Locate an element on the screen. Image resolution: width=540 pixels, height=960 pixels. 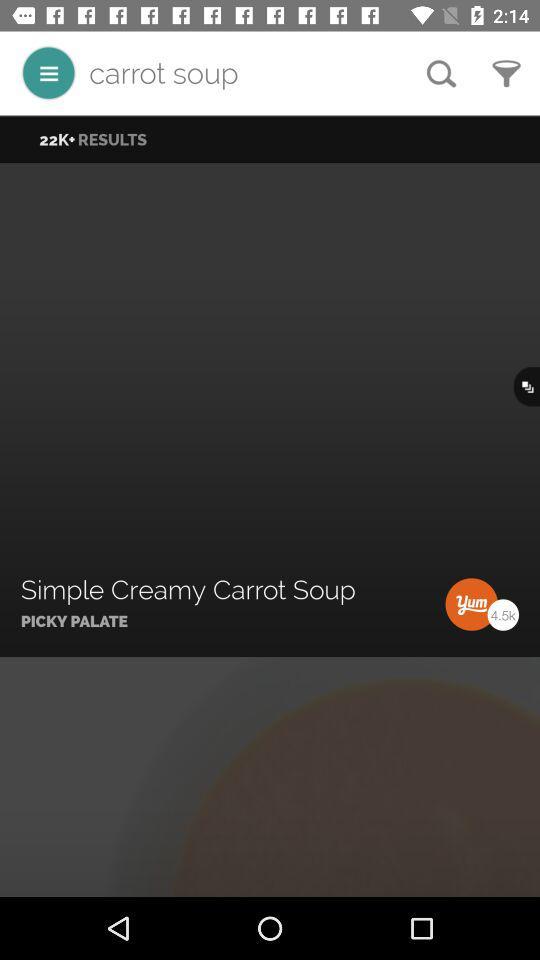
icon to the left of carrot soup is located at coordinates (48, 73).